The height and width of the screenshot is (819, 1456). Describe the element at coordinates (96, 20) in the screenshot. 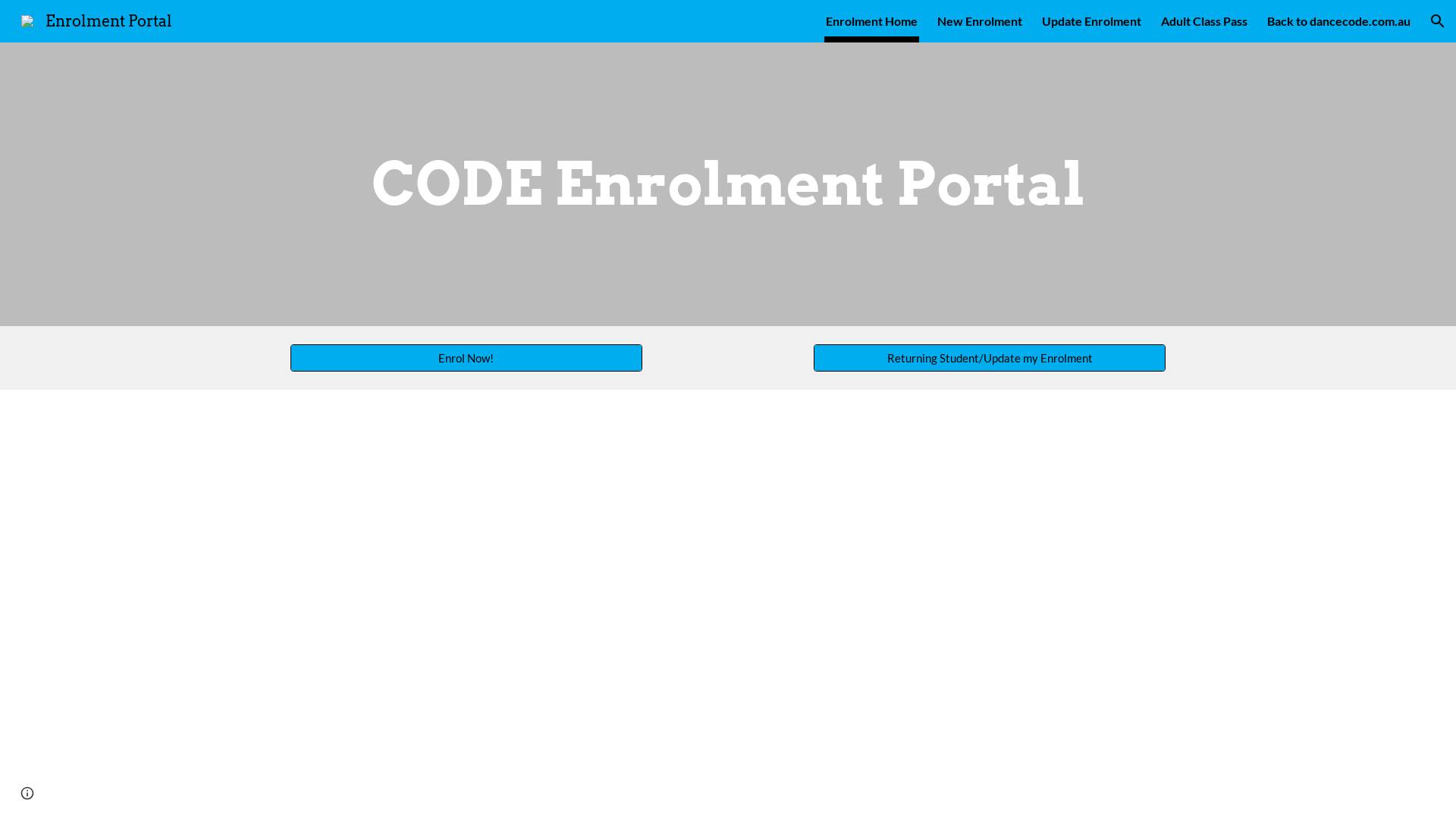

I see `'Enrolment Portal'` at that location.